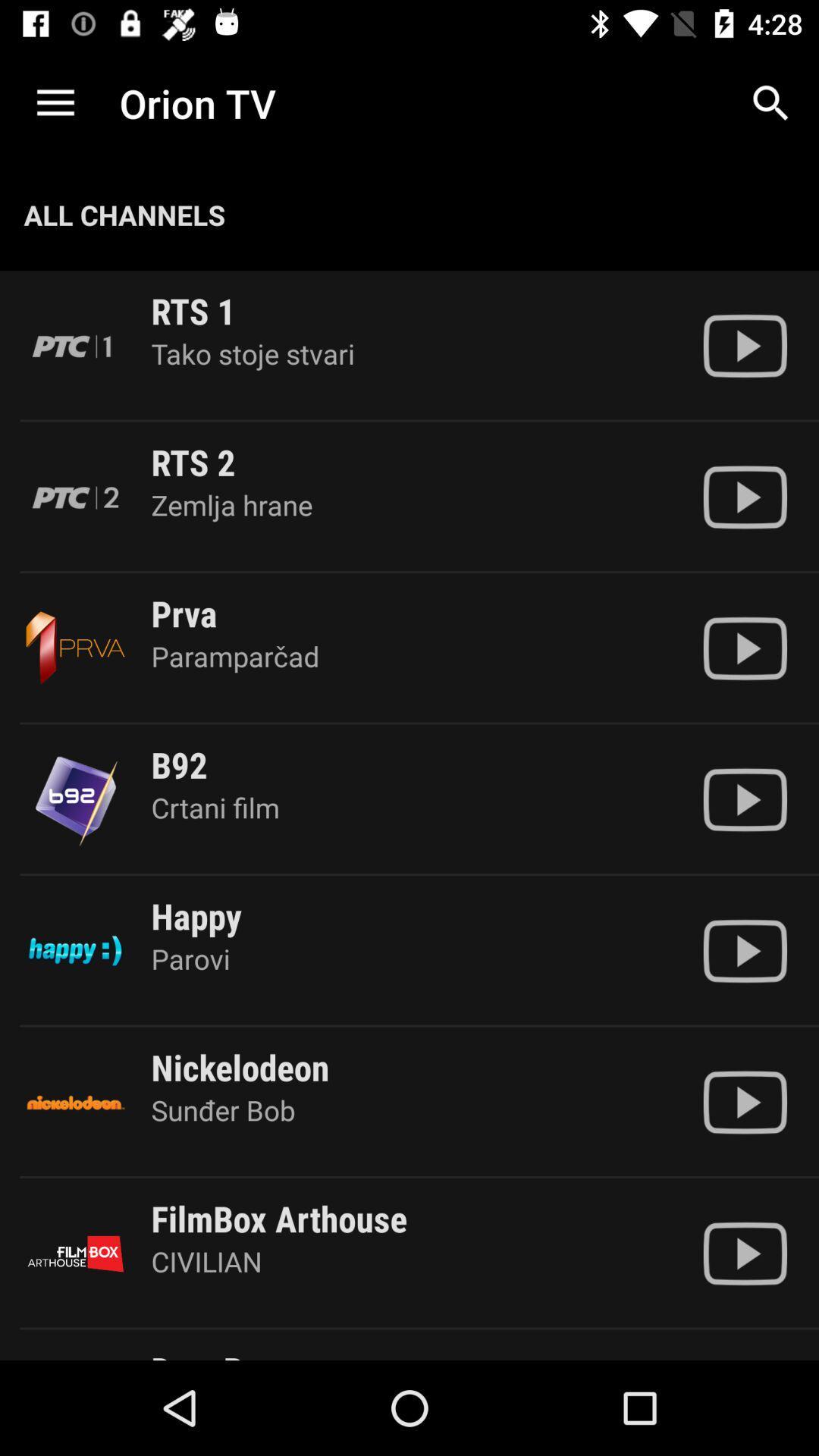 Image resolution: width=819 pixels, height=1456 pixels. I want to click on video, so click(744, 799).